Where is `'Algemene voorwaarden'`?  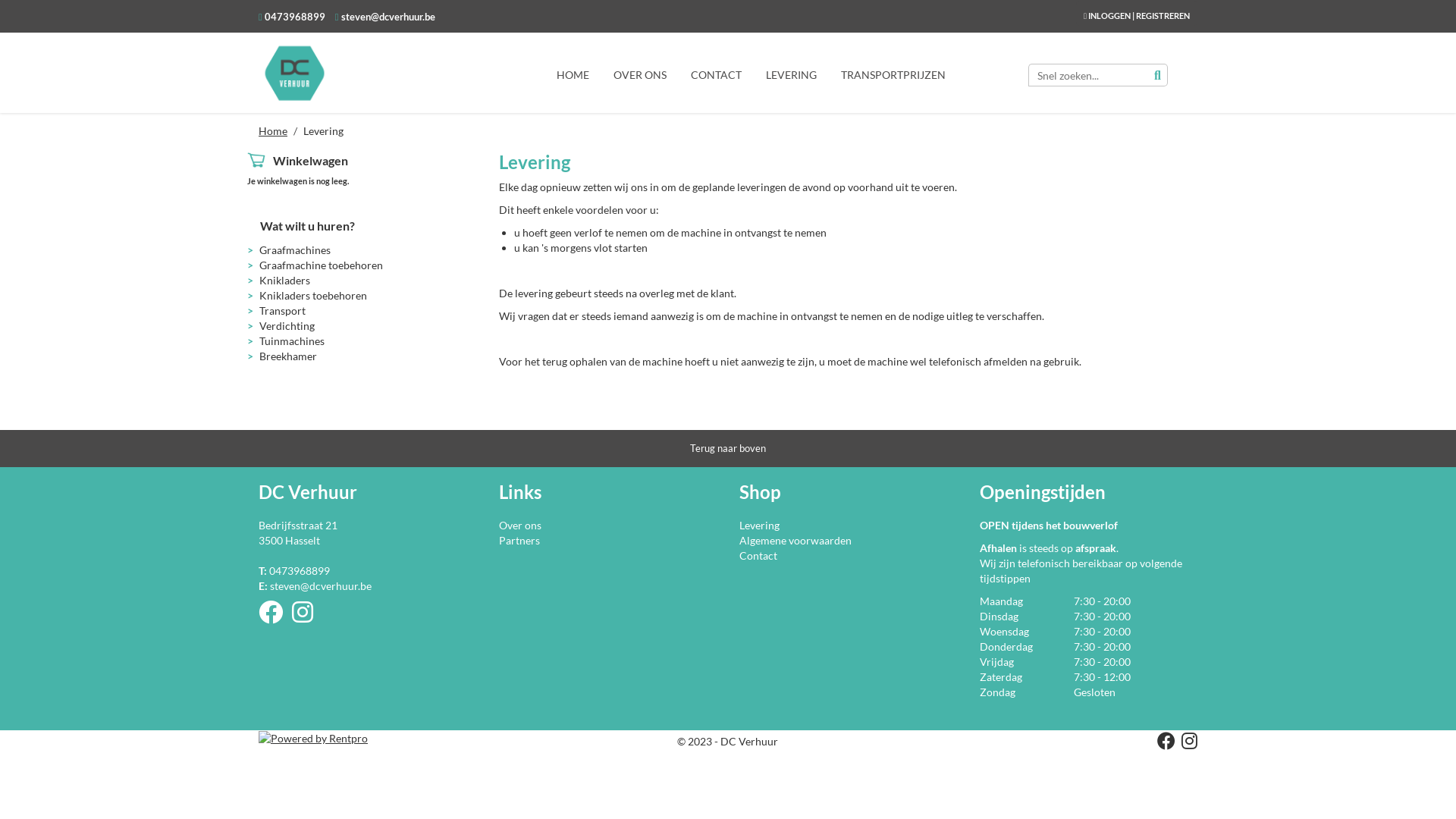
'Algemene voorwaarden' is located at coordinates (795, 539).